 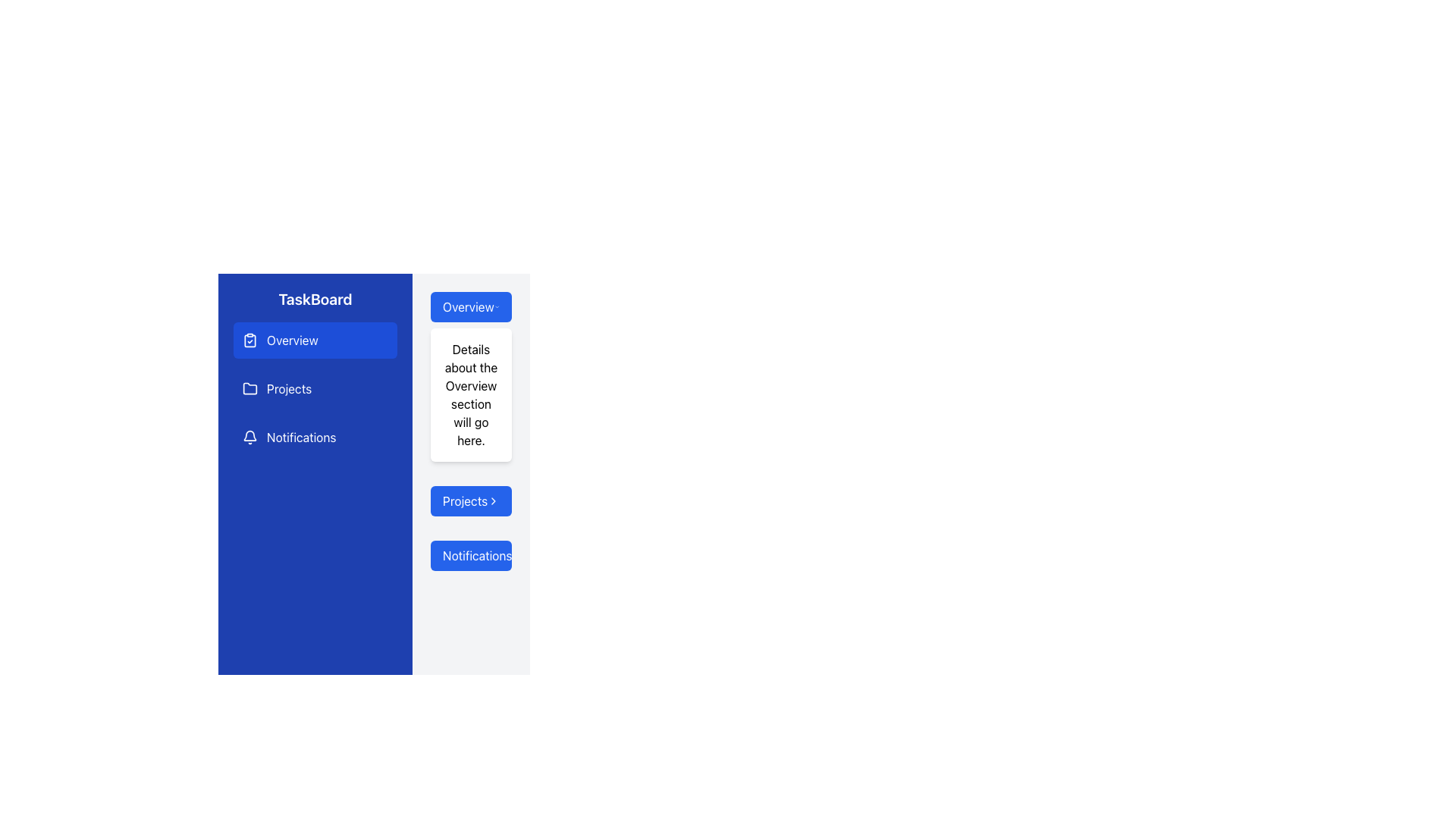 What do you see at coordinates (250, 388) in the screenshot?
I see `the 'Projects' menu icon located in the left navigation panel next to the text label 'Projects'` at bounding box center [250, 388].